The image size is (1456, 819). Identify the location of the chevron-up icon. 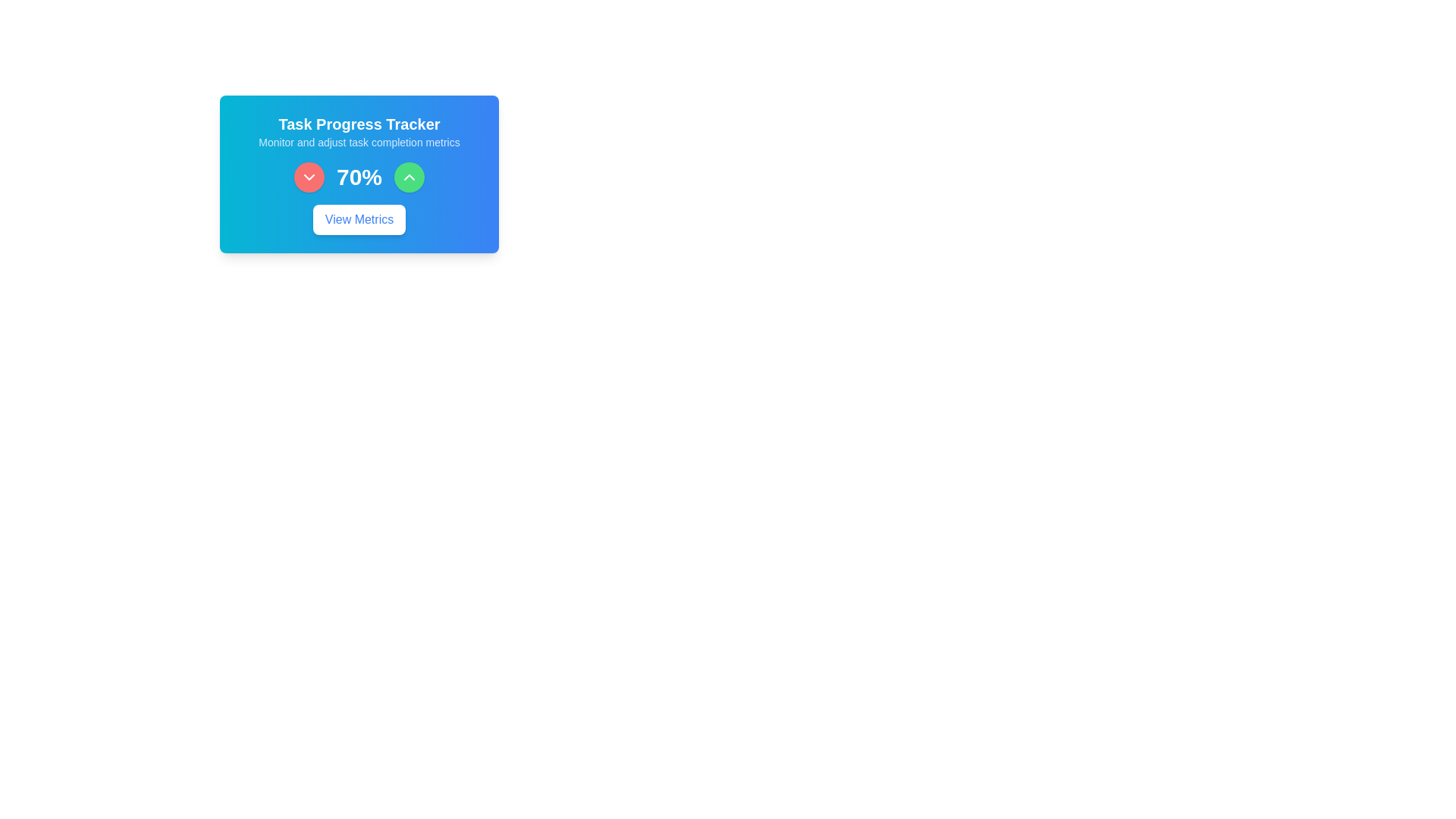
(409, 177).